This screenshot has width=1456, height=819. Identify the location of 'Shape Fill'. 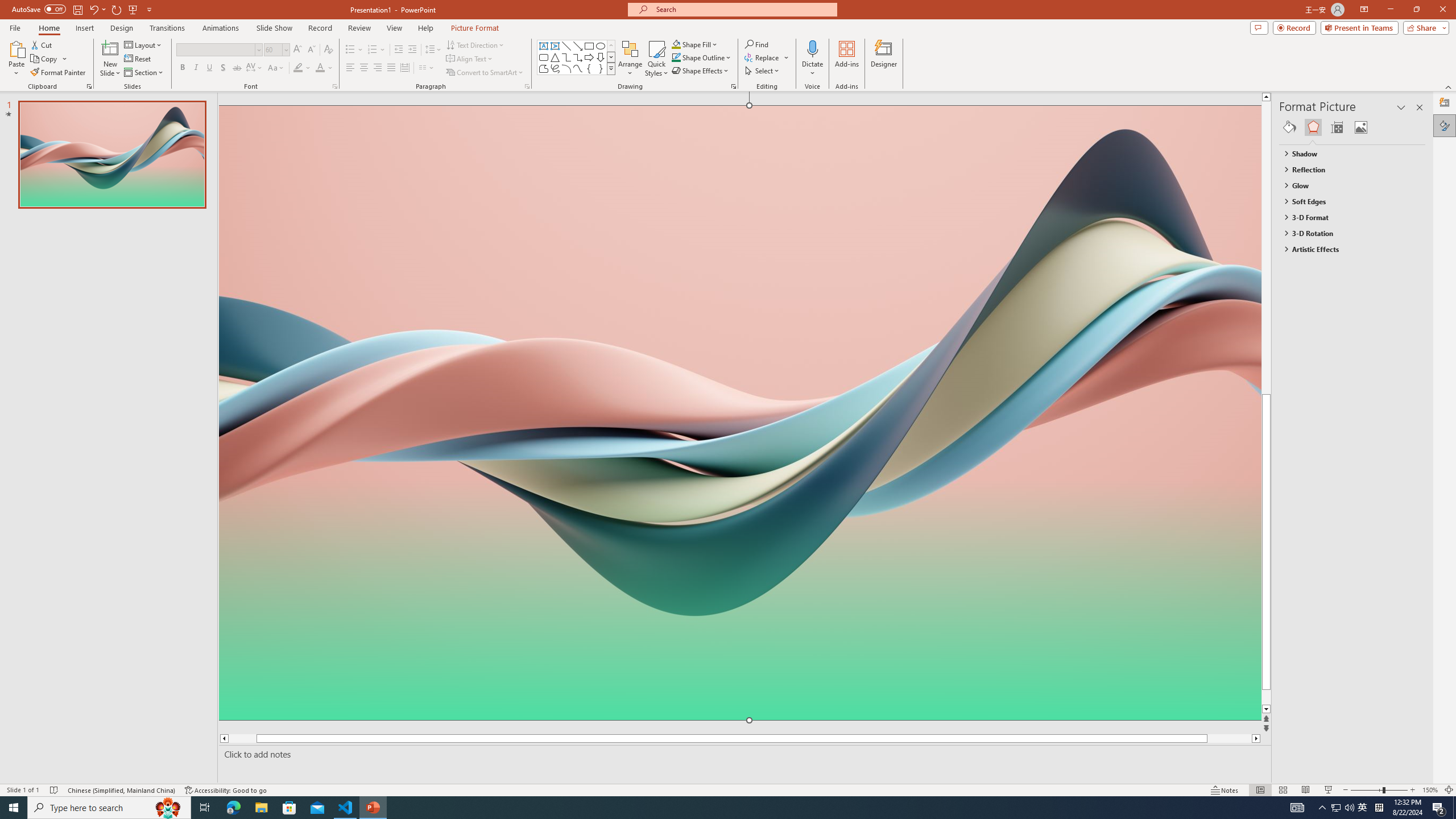
(695, 44).